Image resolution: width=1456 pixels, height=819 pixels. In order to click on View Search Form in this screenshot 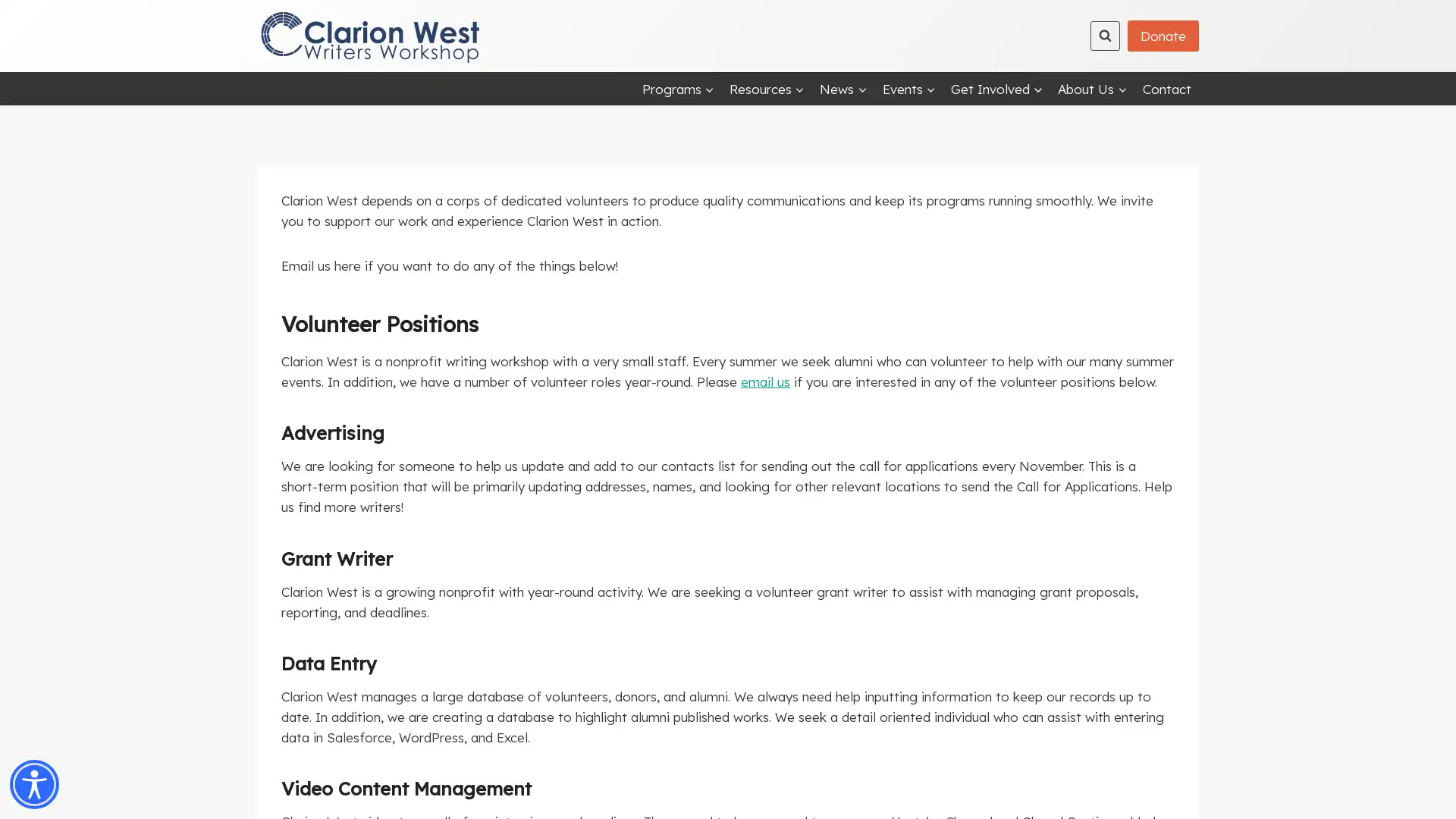, I will do `click(1105, 34)`.